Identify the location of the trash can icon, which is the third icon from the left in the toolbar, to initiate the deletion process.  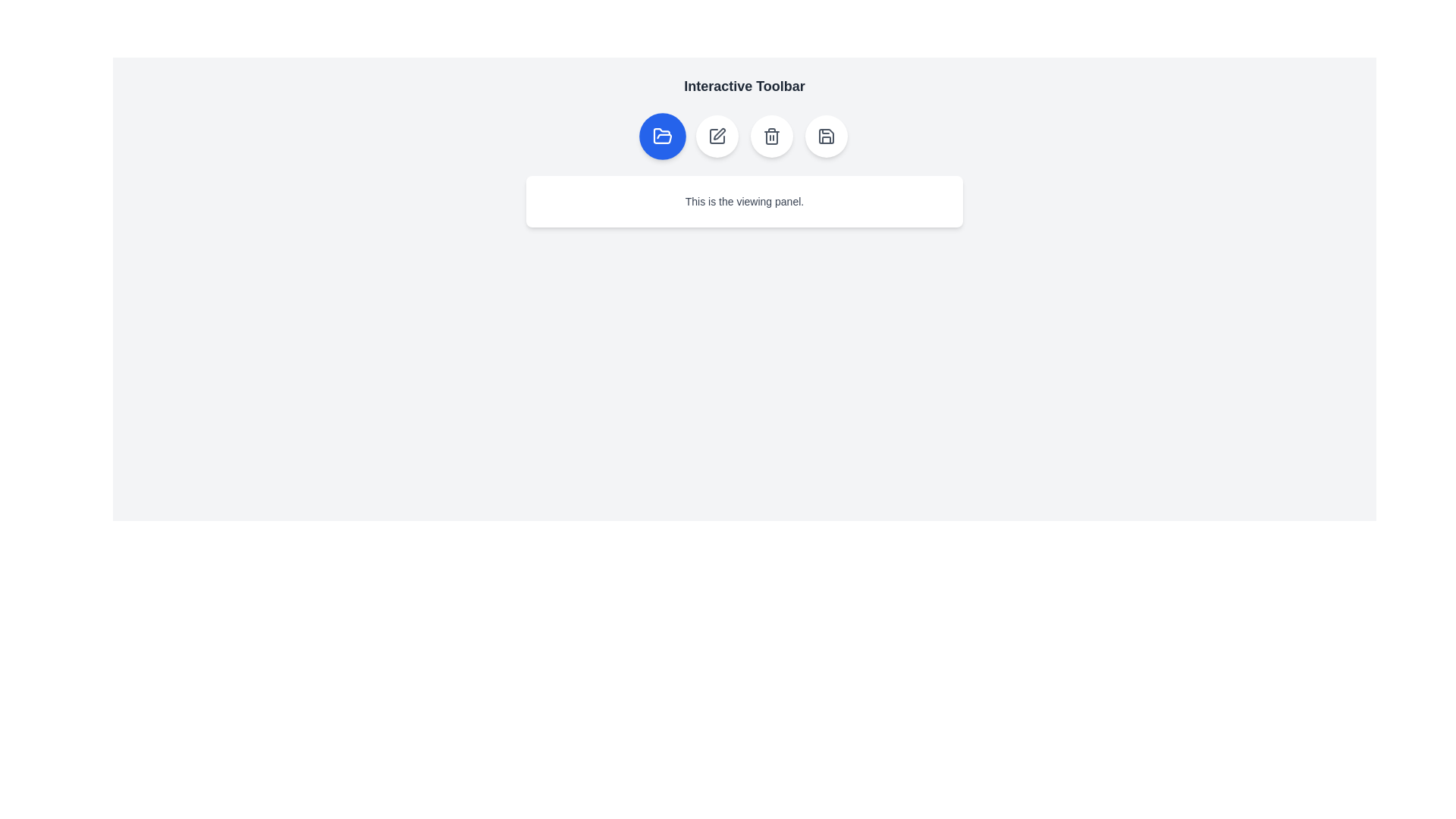
(771, 136).